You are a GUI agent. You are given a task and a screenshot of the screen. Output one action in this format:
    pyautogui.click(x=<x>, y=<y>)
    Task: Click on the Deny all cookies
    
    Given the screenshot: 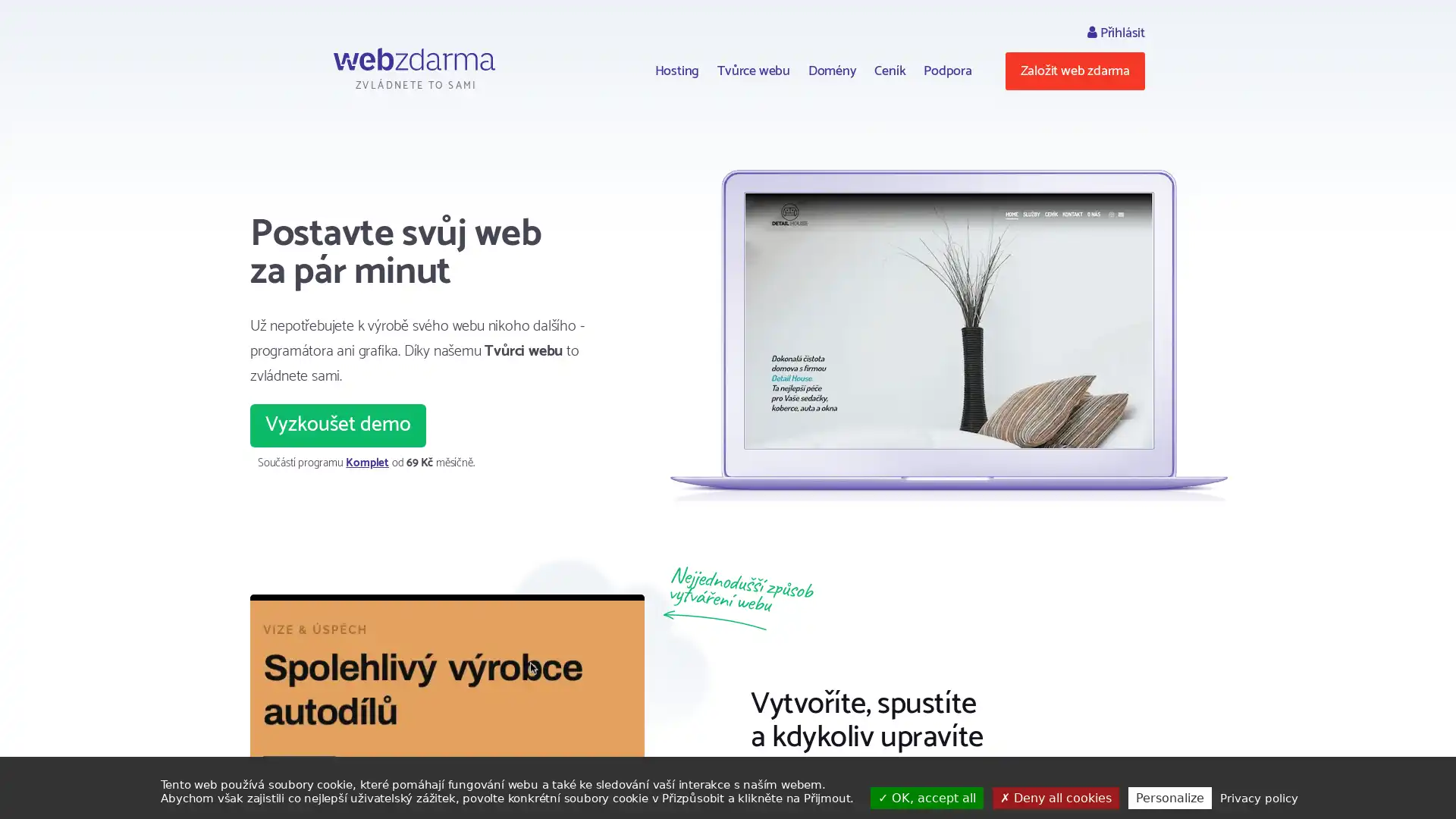 What is the action you would take?
    pyautogui.click(x=1054, y=797)
    